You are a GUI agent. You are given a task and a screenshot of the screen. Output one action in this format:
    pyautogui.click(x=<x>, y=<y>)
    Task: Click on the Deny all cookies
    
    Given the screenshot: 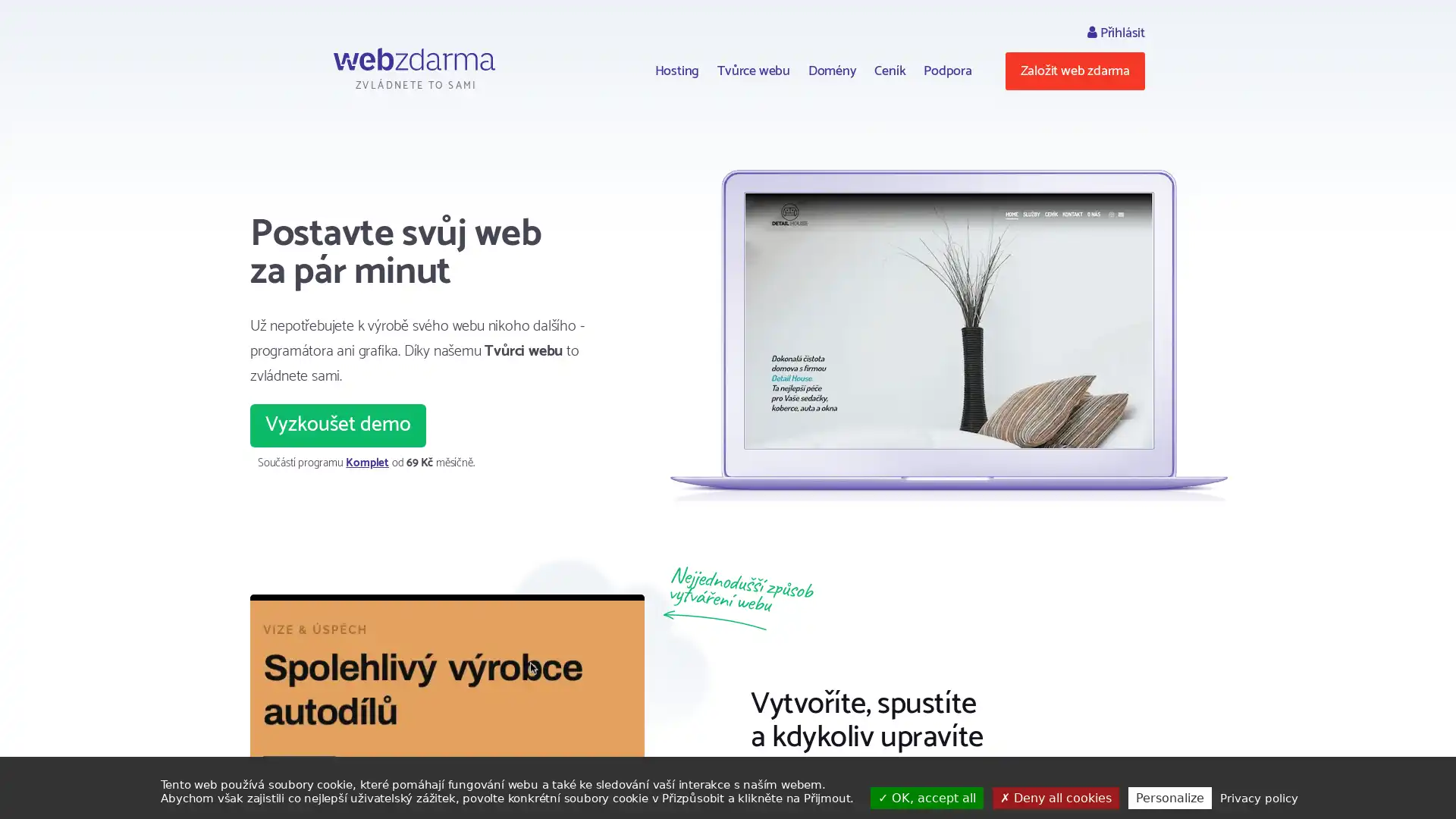 What is the action you would take?
    pyautogui.click(x=1054, y=797)
    